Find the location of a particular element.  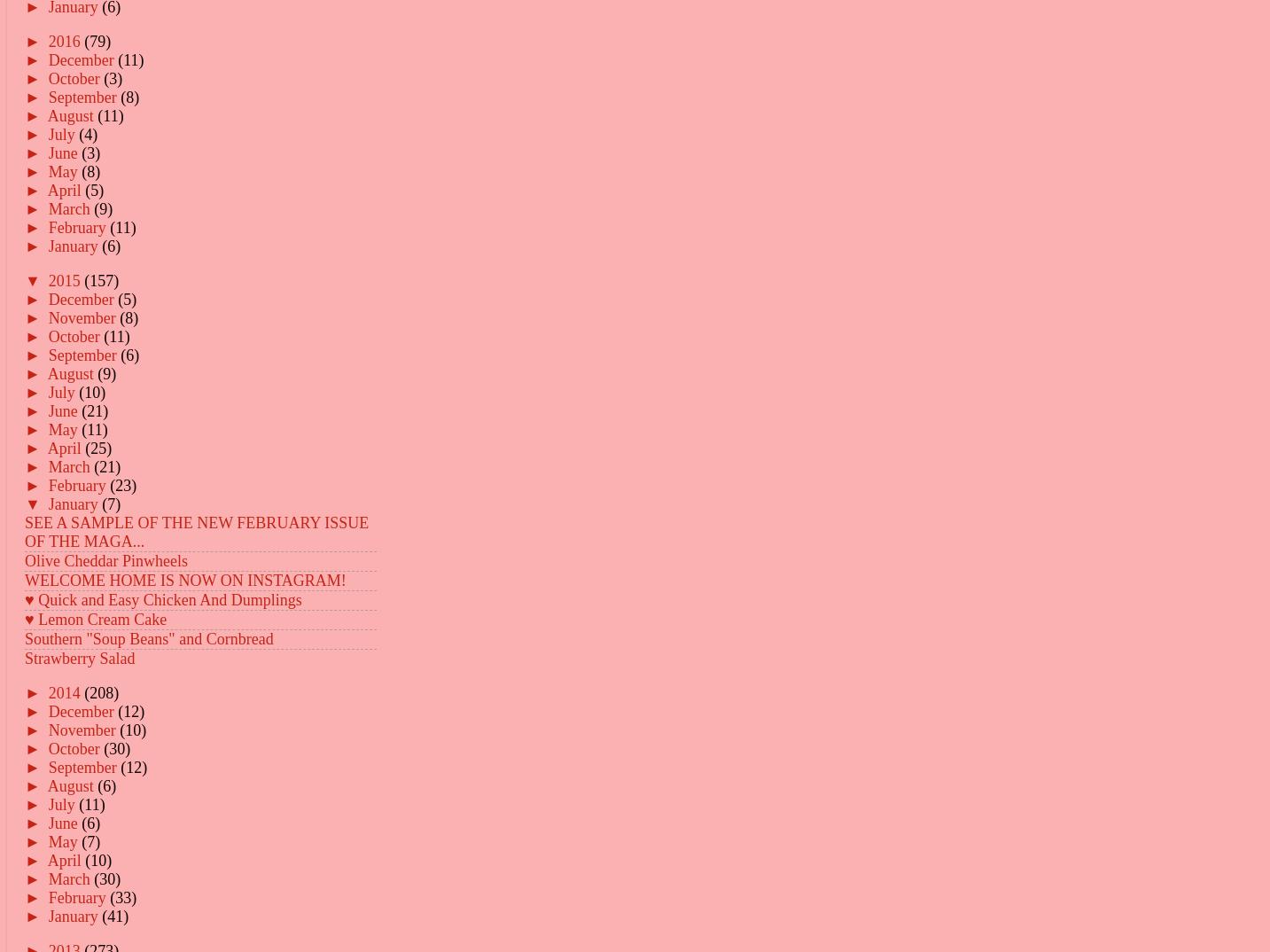

'(79)' is located at coordinates (97, 39).